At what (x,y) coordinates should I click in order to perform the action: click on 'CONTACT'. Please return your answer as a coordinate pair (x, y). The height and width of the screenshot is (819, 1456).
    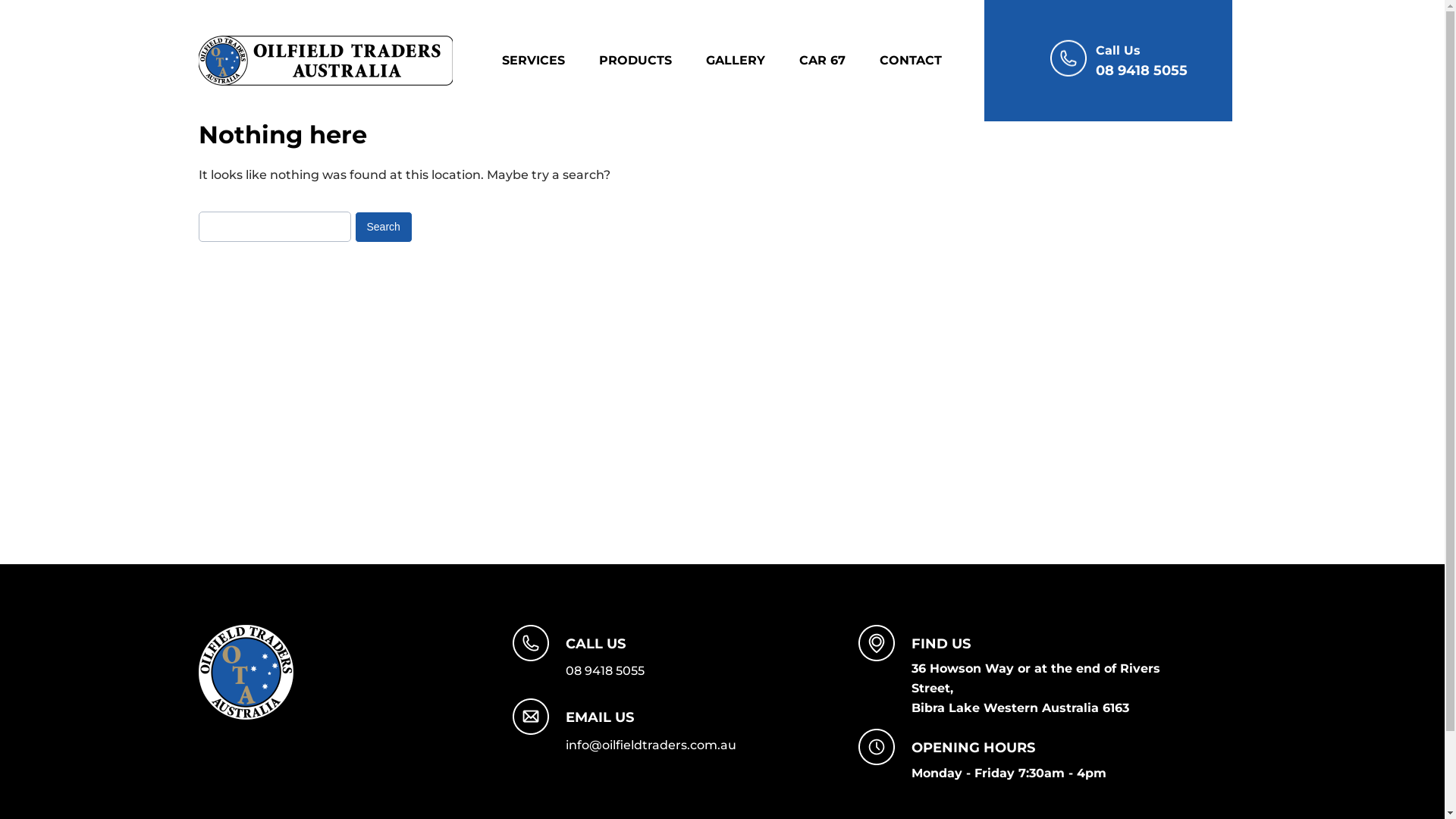
    Looking at the image, I should click on (924, 59).